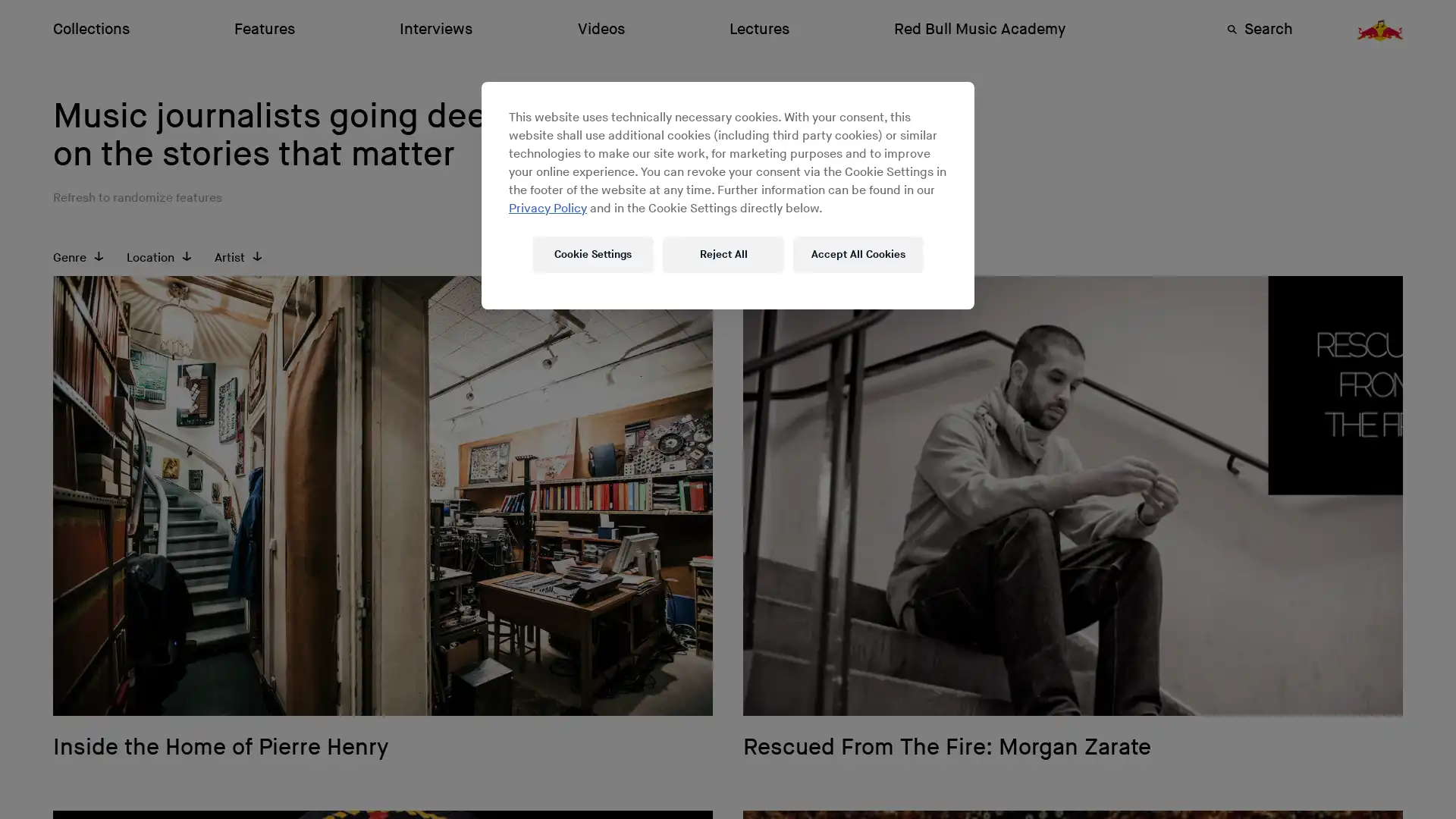  I want to click on Artist, so click(237, 256).